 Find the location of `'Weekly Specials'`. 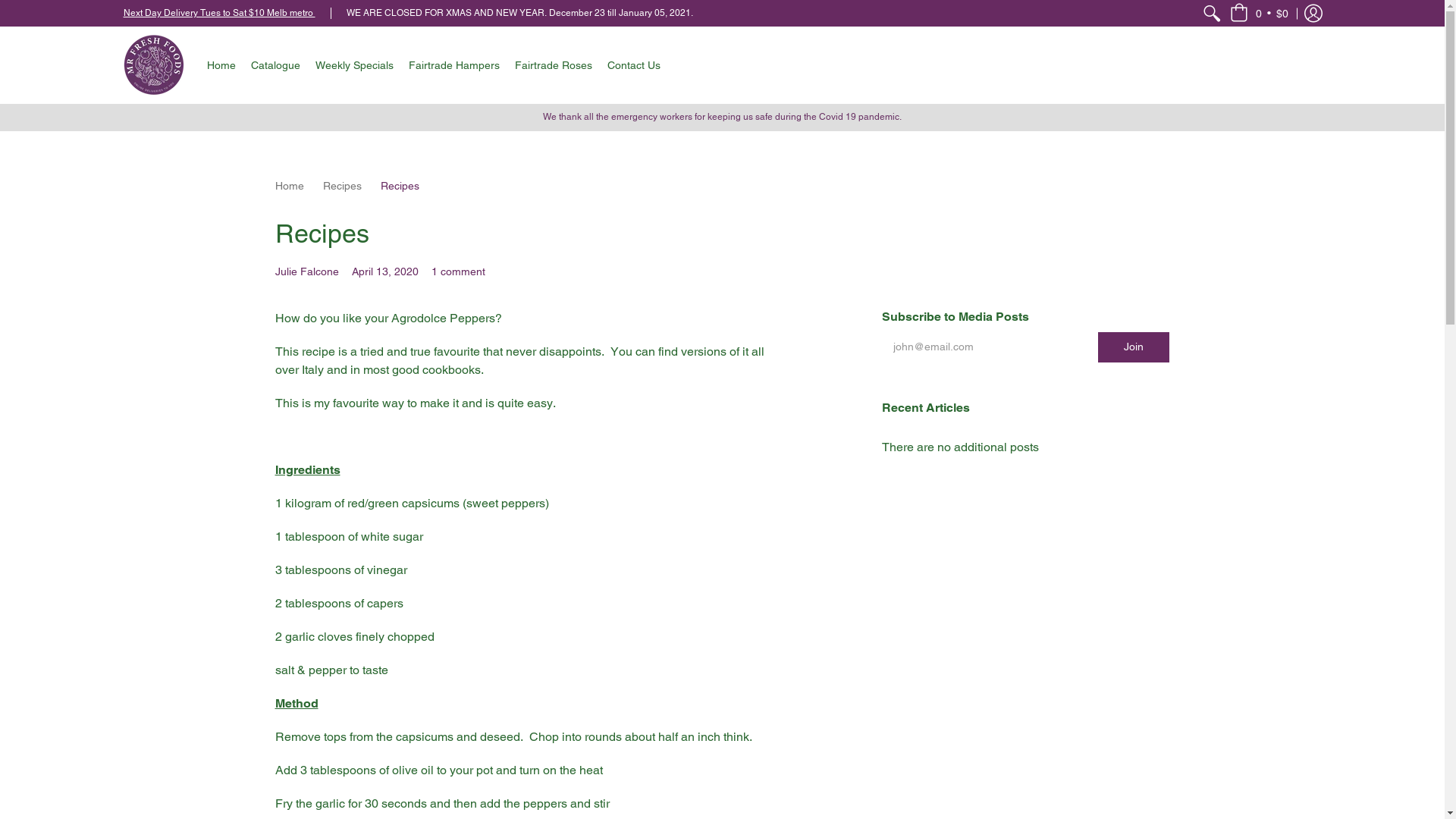

'Weekly Specials' is located at coordinates (307, 64).